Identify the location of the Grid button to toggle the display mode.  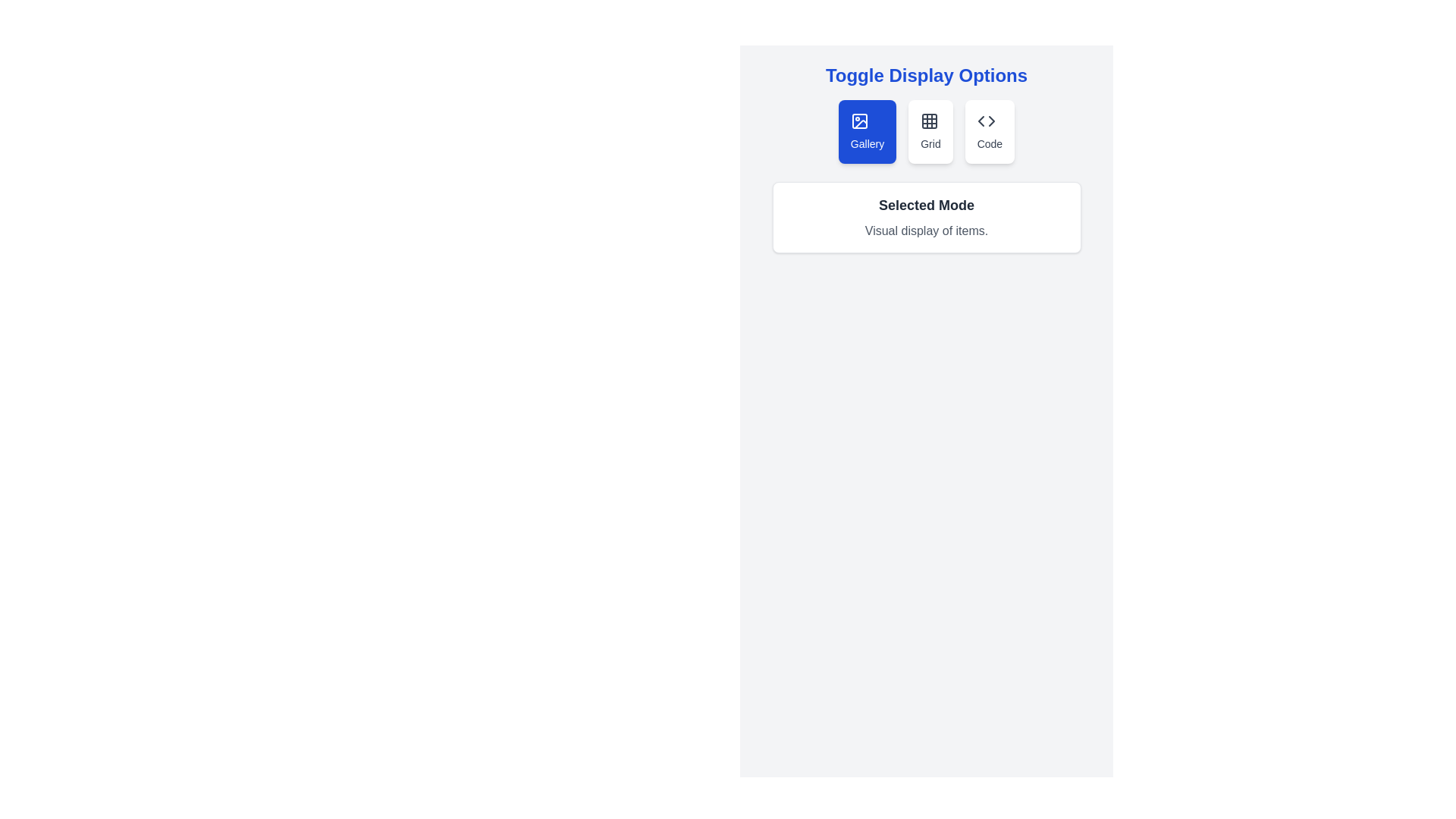
(930, 130).